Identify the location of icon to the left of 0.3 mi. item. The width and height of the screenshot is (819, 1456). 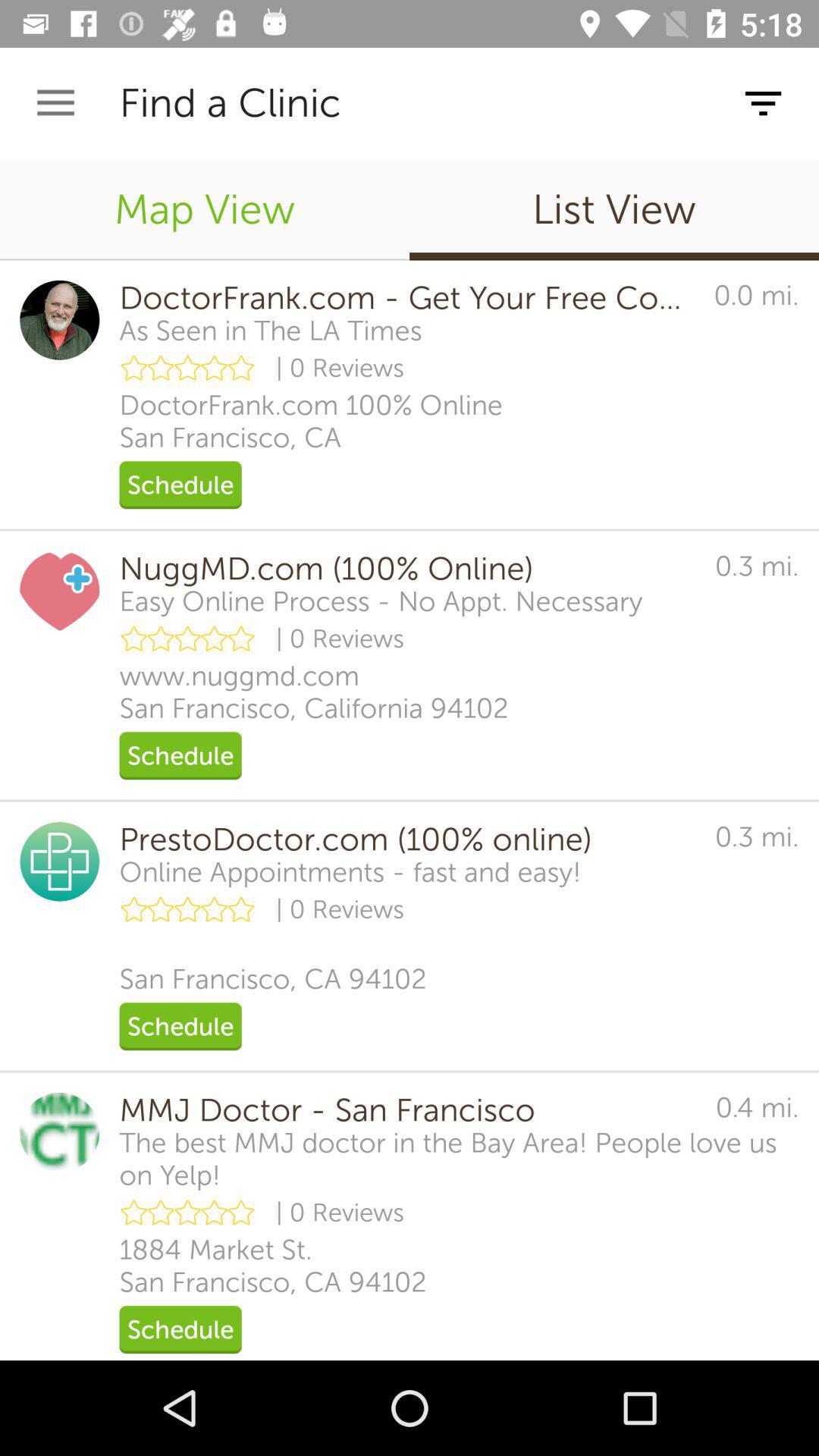
(350, 872).